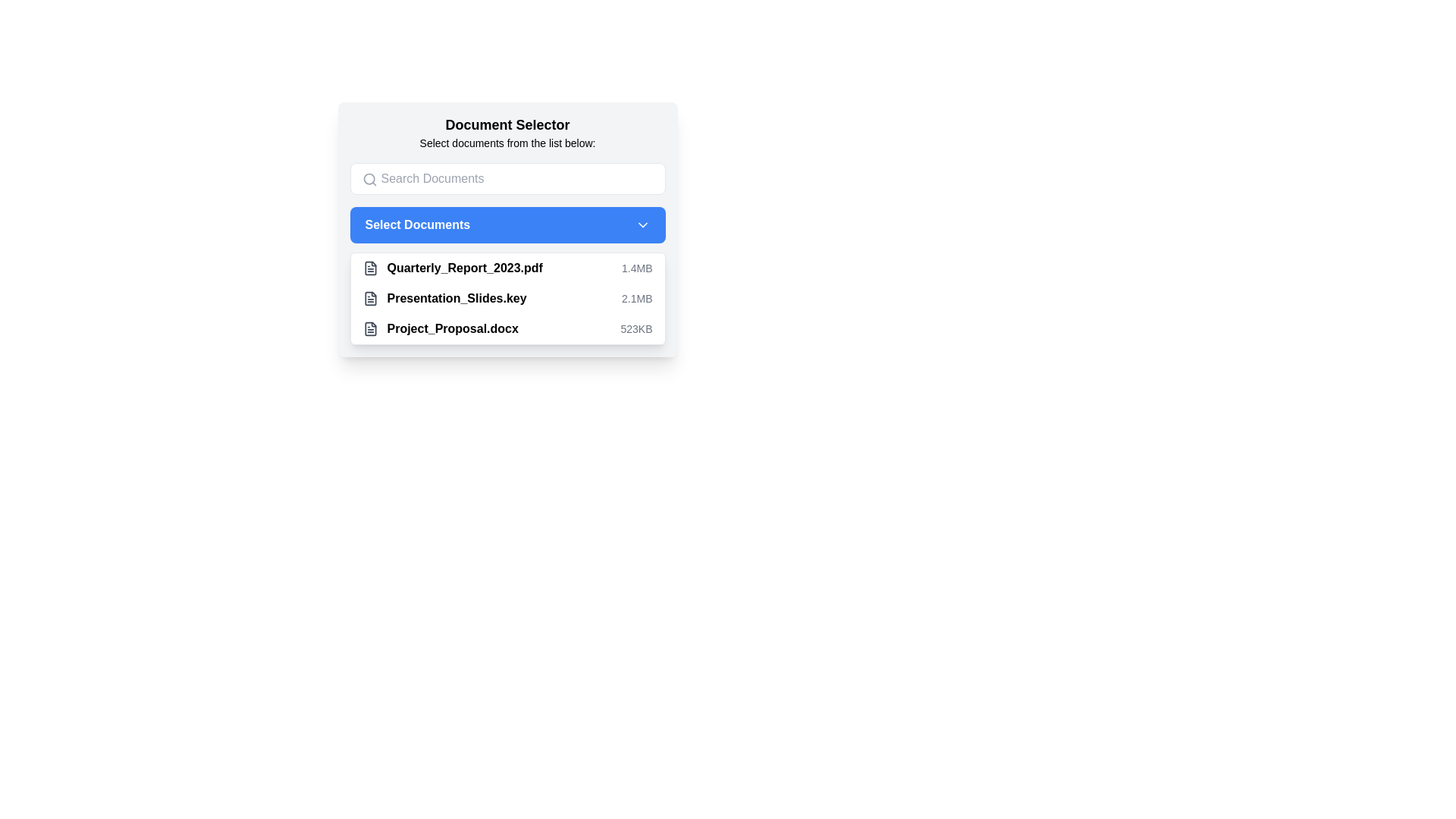 The width and height of the screenshot is (1456, 819). I want to click on the text element displaying the name of the file available for selection, which is located as the second item in the document selection interface, below 'Quarterly_Report_2023.pdf' and above 'Project_Proposal.docx', so click(444, 298).